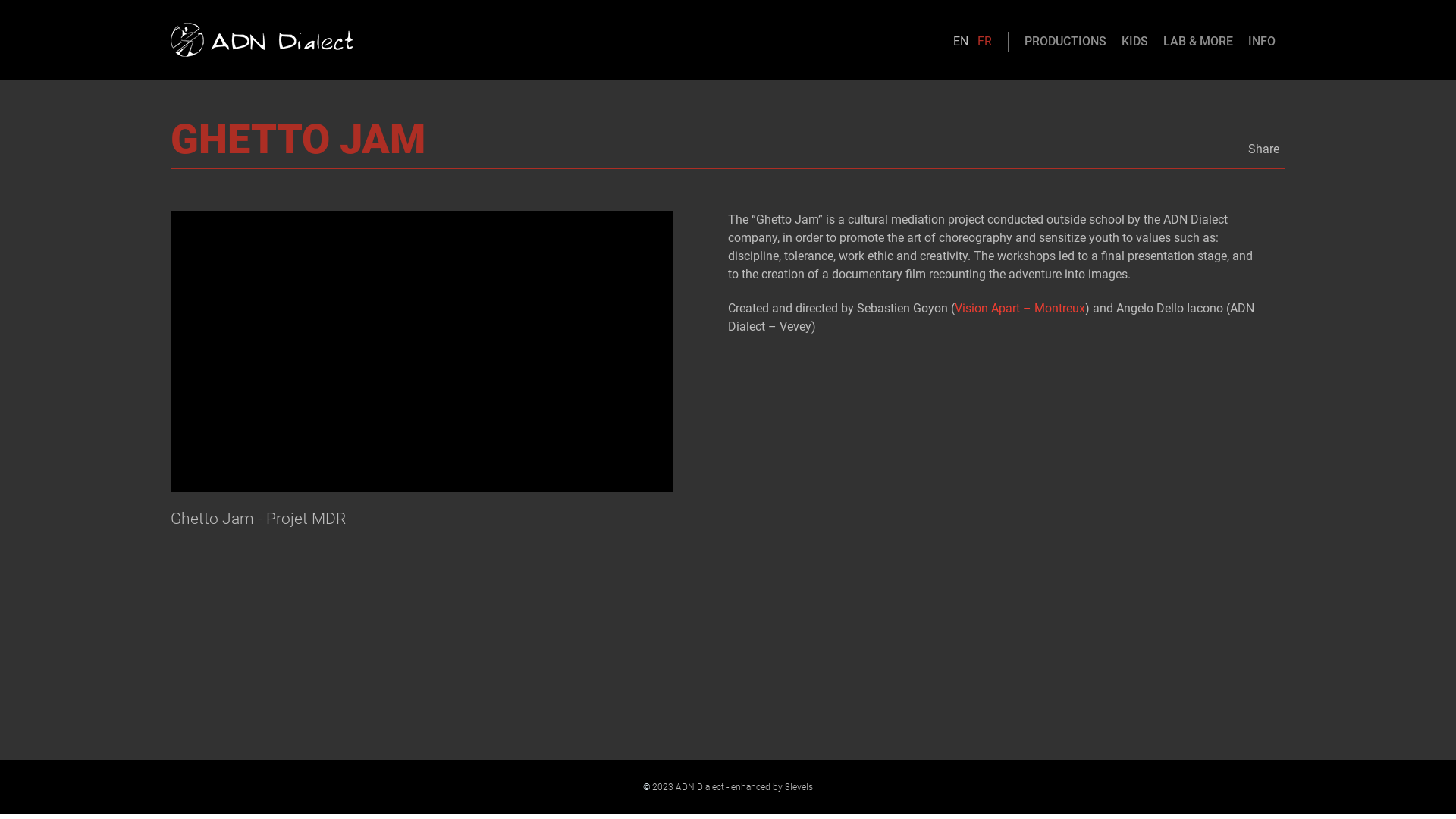 The image size is (1456, 819). I want to click on 'PRODUCTIONS', so click(1065, 40).